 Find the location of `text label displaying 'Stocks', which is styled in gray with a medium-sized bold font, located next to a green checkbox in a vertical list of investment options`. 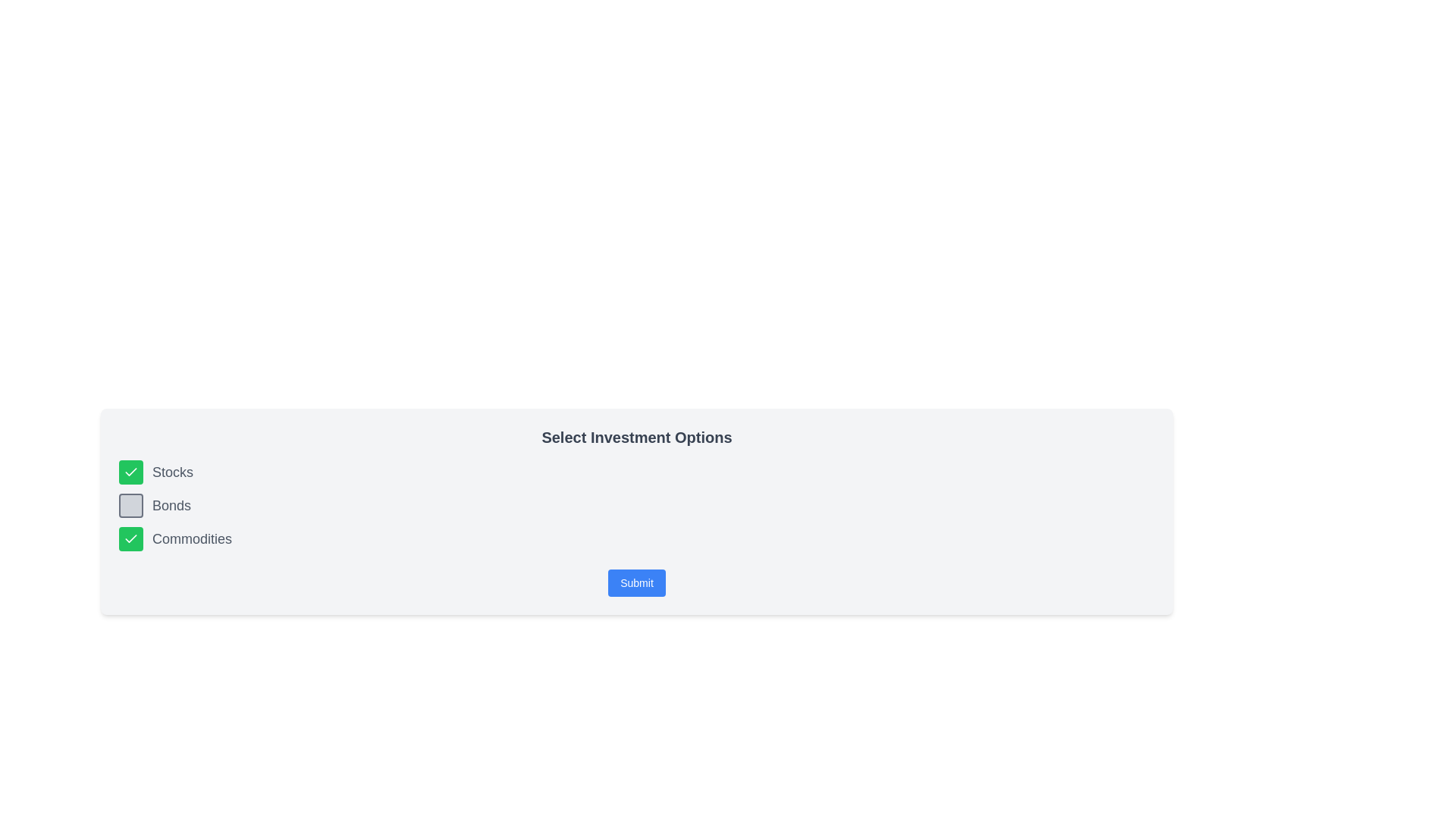

text label displaying 'Stocks', which is styled in gray with a medium-sized bold font, located next to a green checkbox in a vertical list of investment options is located at coordinates (173, 472).